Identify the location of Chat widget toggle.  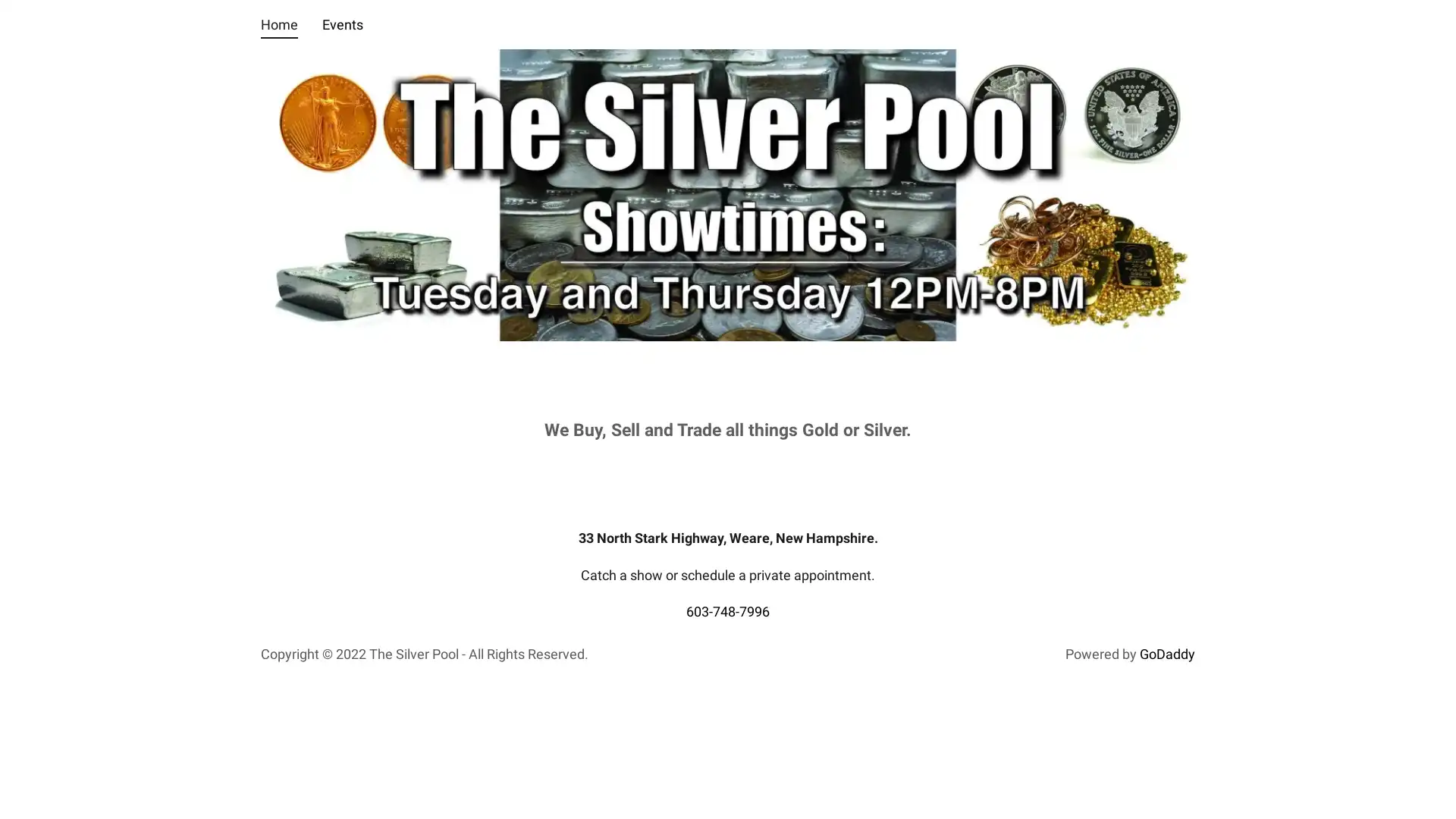
(1416, 780).